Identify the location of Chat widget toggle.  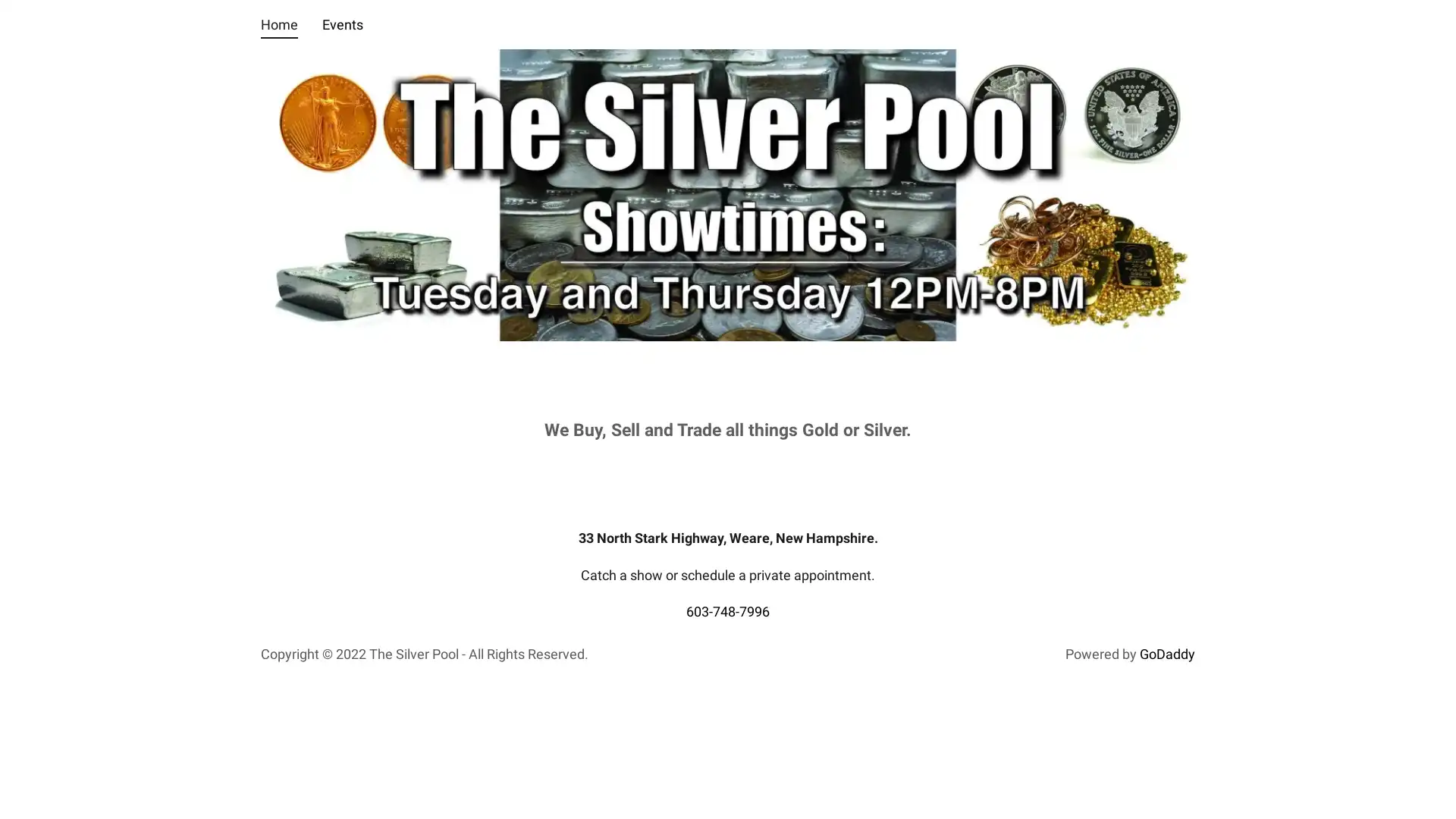
(1416, 780).